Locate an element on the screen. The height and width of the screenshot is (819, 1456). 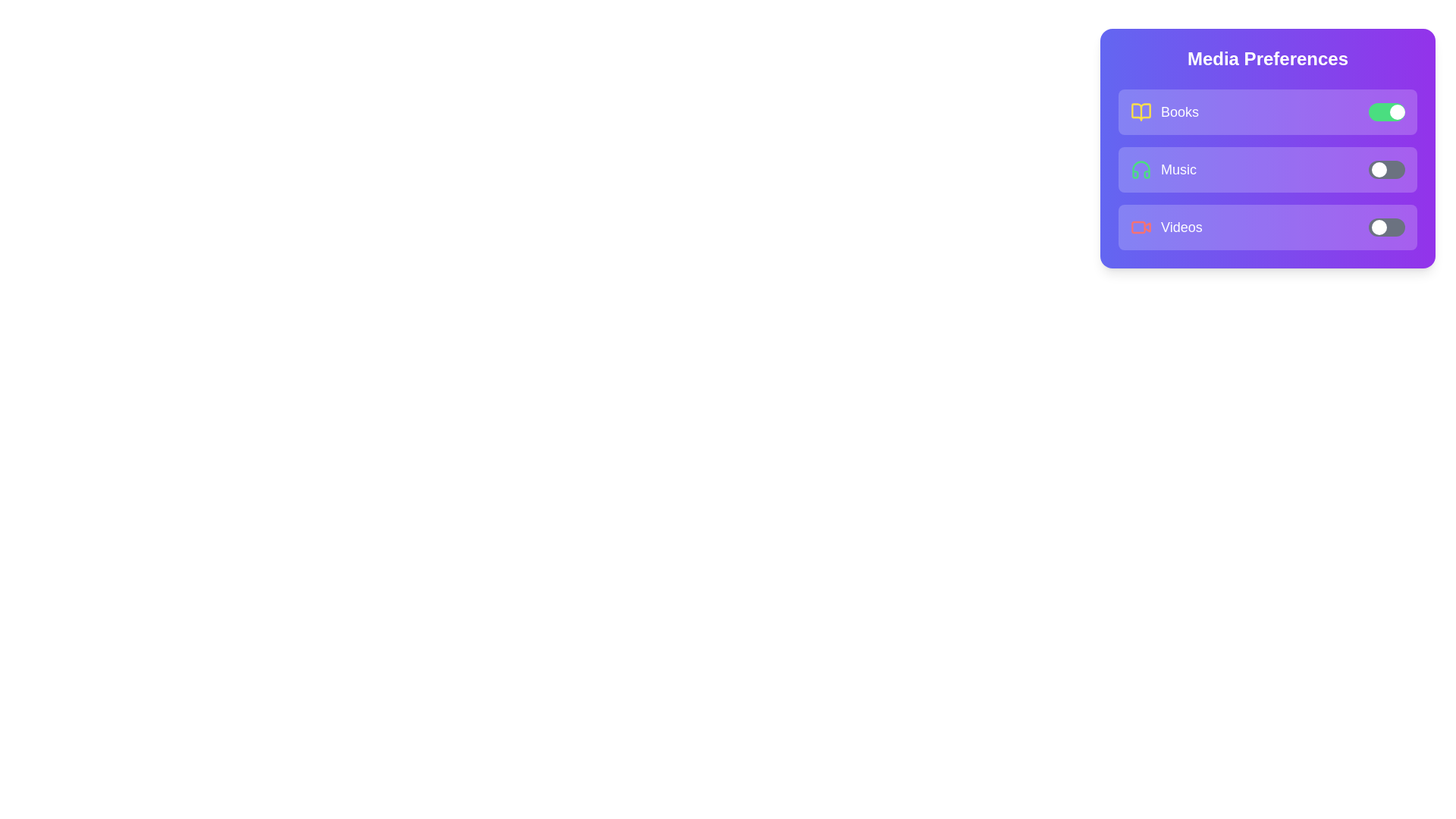
the toggle switch in the third toggleable preference section for videos to change its state is located at coordinates (1267, 227).